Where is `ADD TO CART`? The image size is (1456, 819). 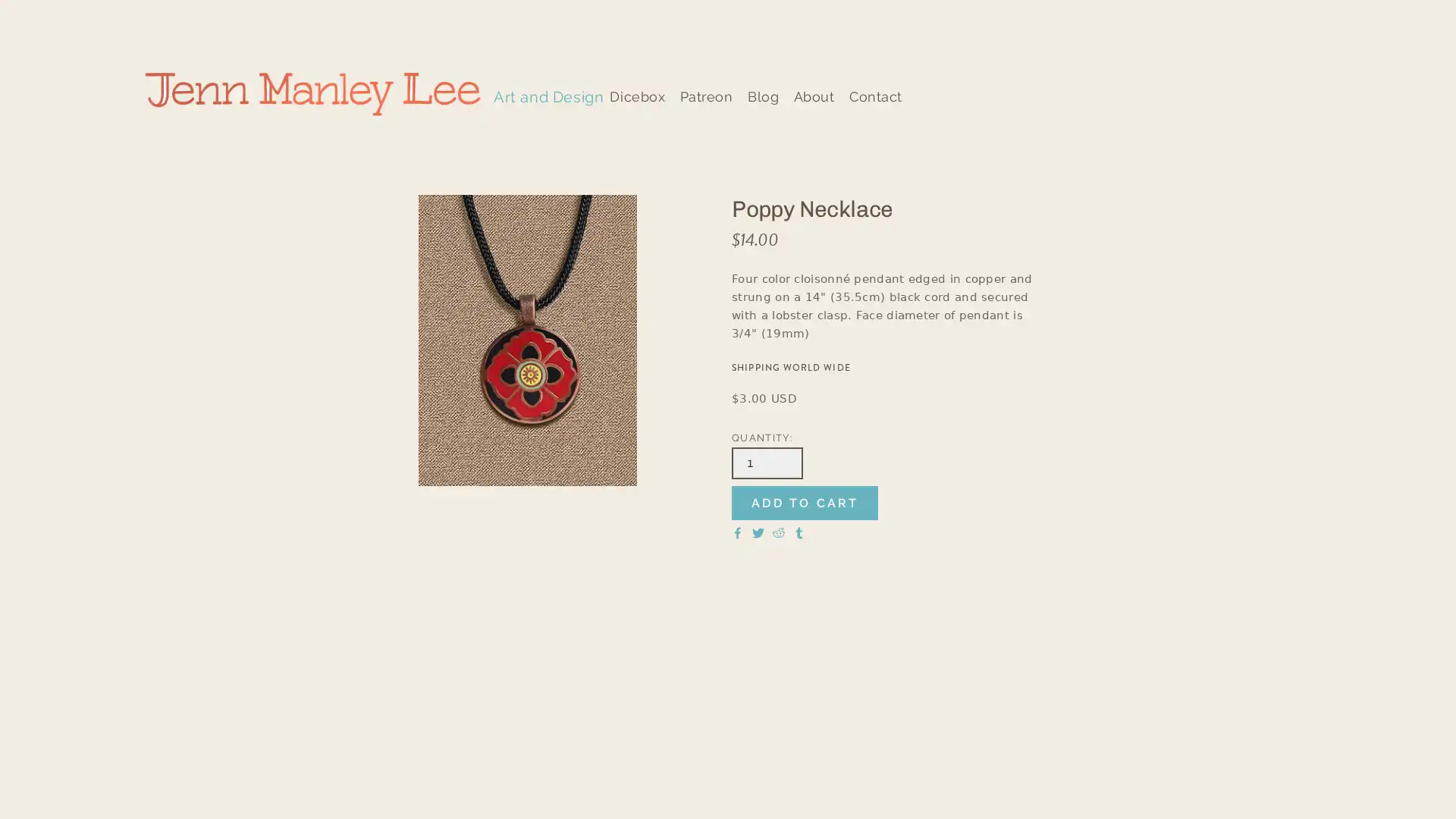 ADD TO CART is located at coordinates (804, 503).